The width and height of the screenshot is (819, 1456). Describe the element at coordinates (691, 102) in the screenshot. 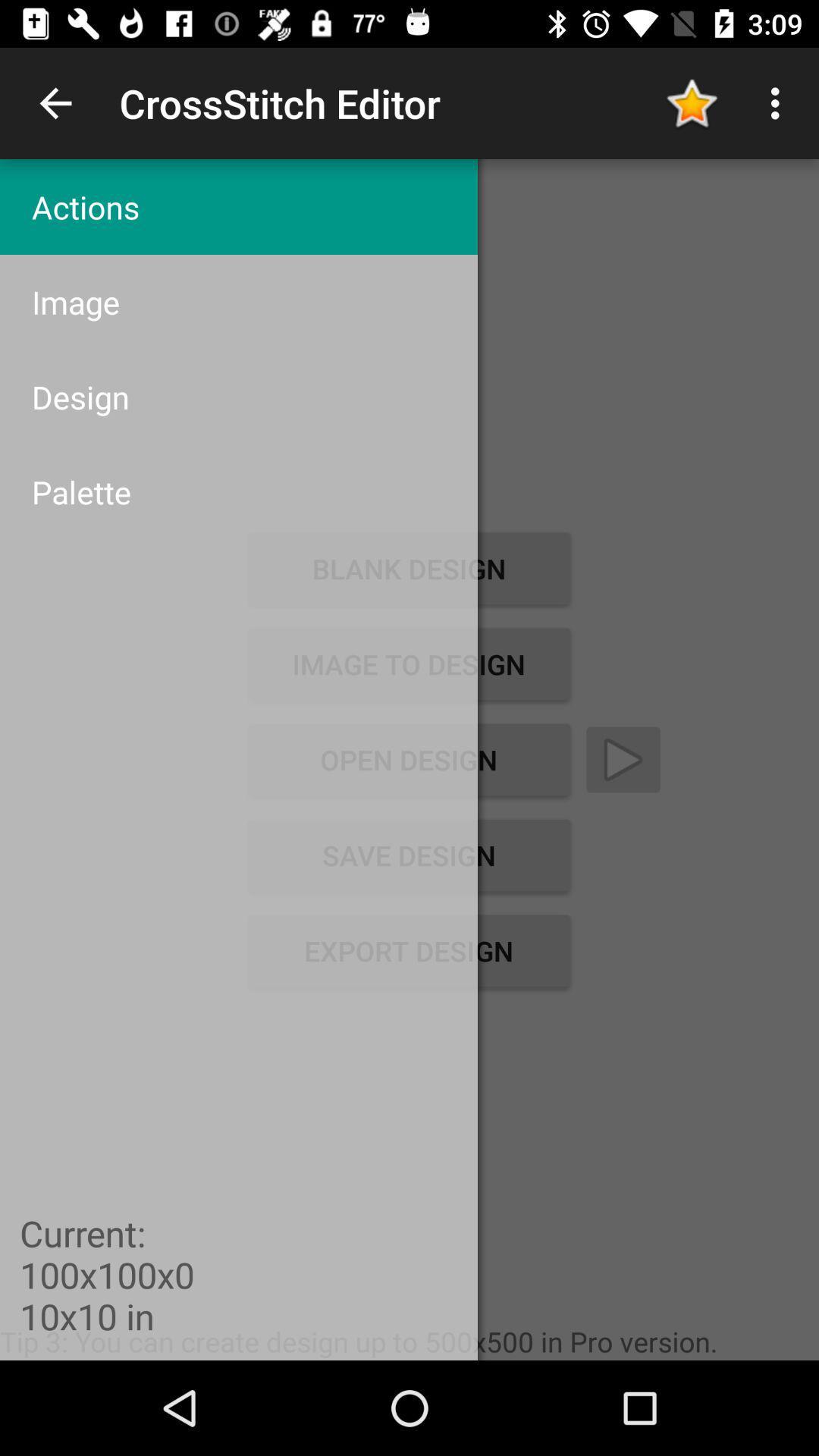

I see `item to the right of the actions icon` at that location.